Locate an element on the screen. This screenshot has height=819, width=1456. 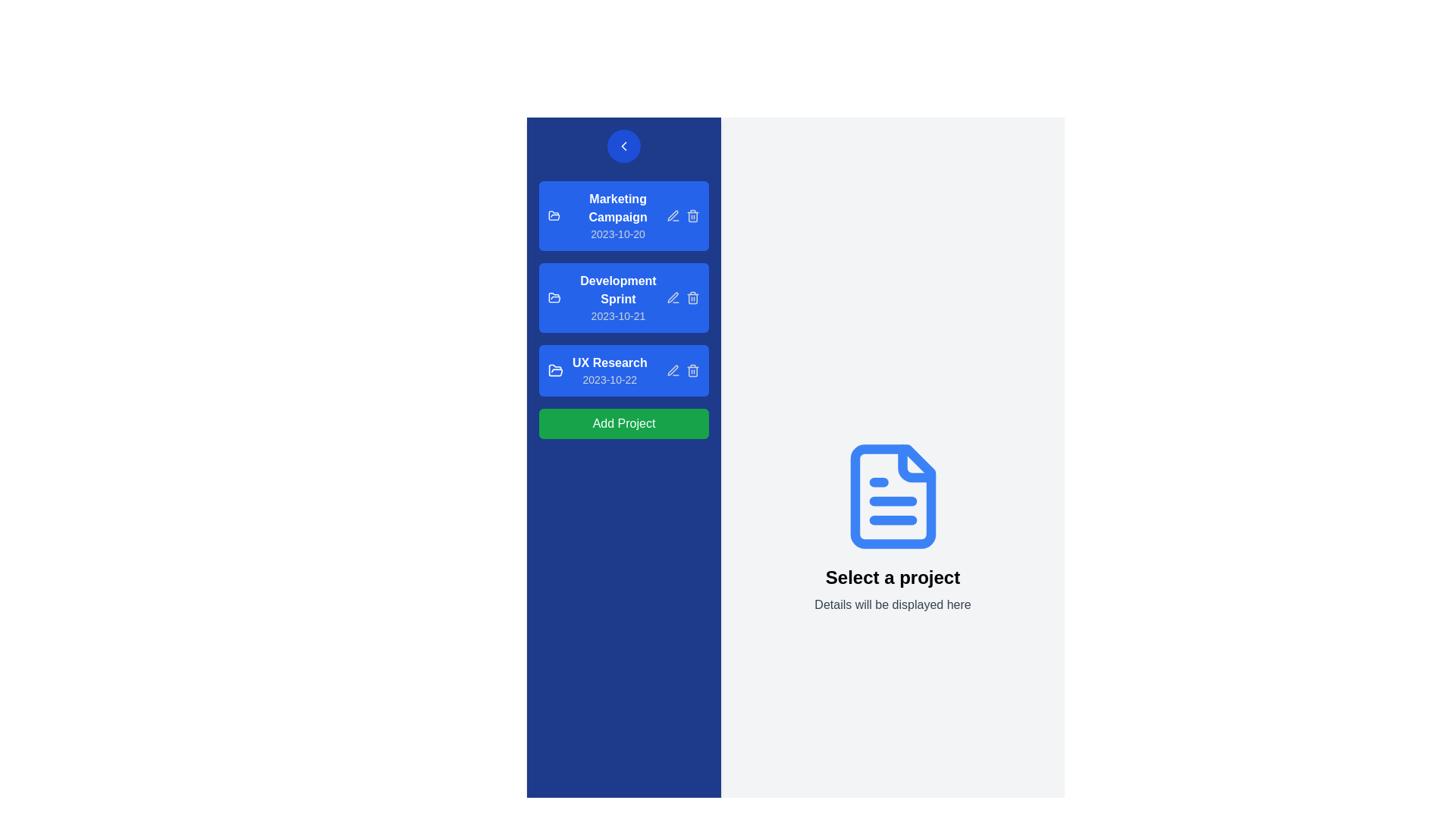
the informative text element located below the 'Select a project' label is located at coordinates (893, 604).